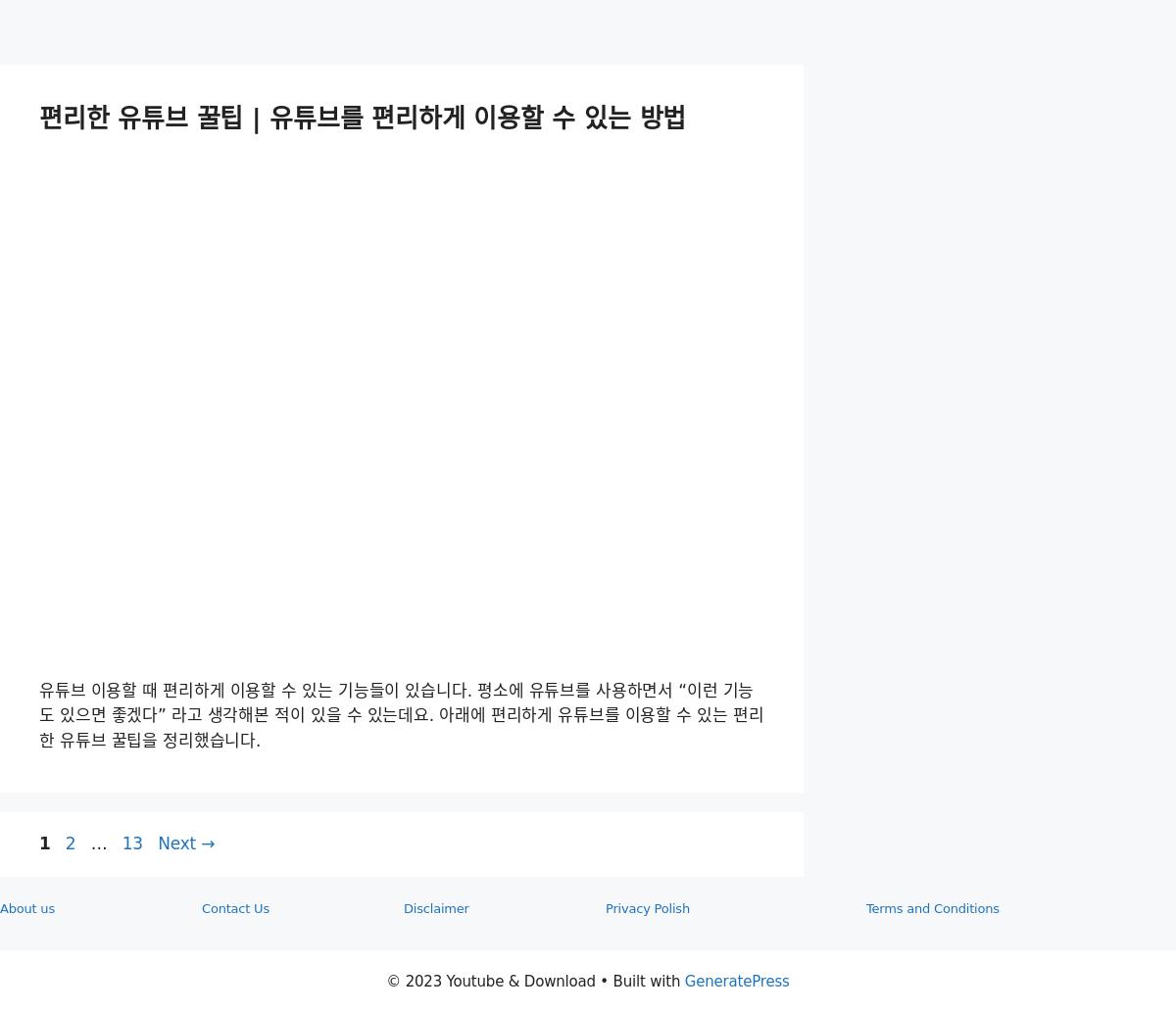 This screenshot has height=1012, width=1176. I want to click on '유튜브 이용할 때 편리하게 이용할 수 있는 기능들이 있습니다. 평소에 유튜브를 사용하면서 “이런 기능도 있으면 좋겠다” 라고 생각해본 적이 있을 수 있는데요. 아래에 편리하게 유튜브를 이용할 수 있는 편리한 유튜브 꿀팁을 정리했습니다.', so click(401, 714).